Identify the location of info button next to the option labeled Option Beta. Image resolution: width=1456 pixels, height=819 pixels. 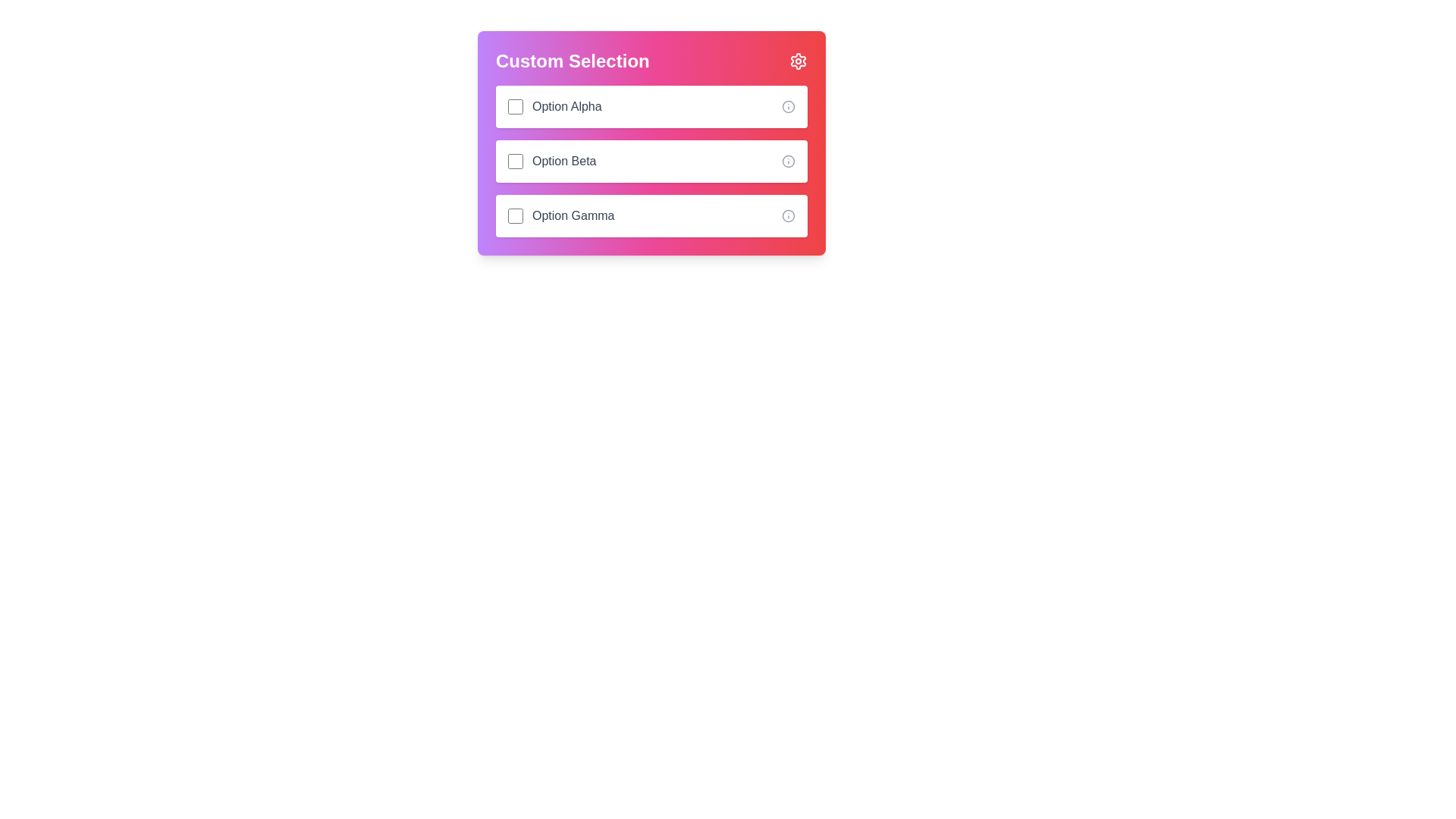
(789, 161).